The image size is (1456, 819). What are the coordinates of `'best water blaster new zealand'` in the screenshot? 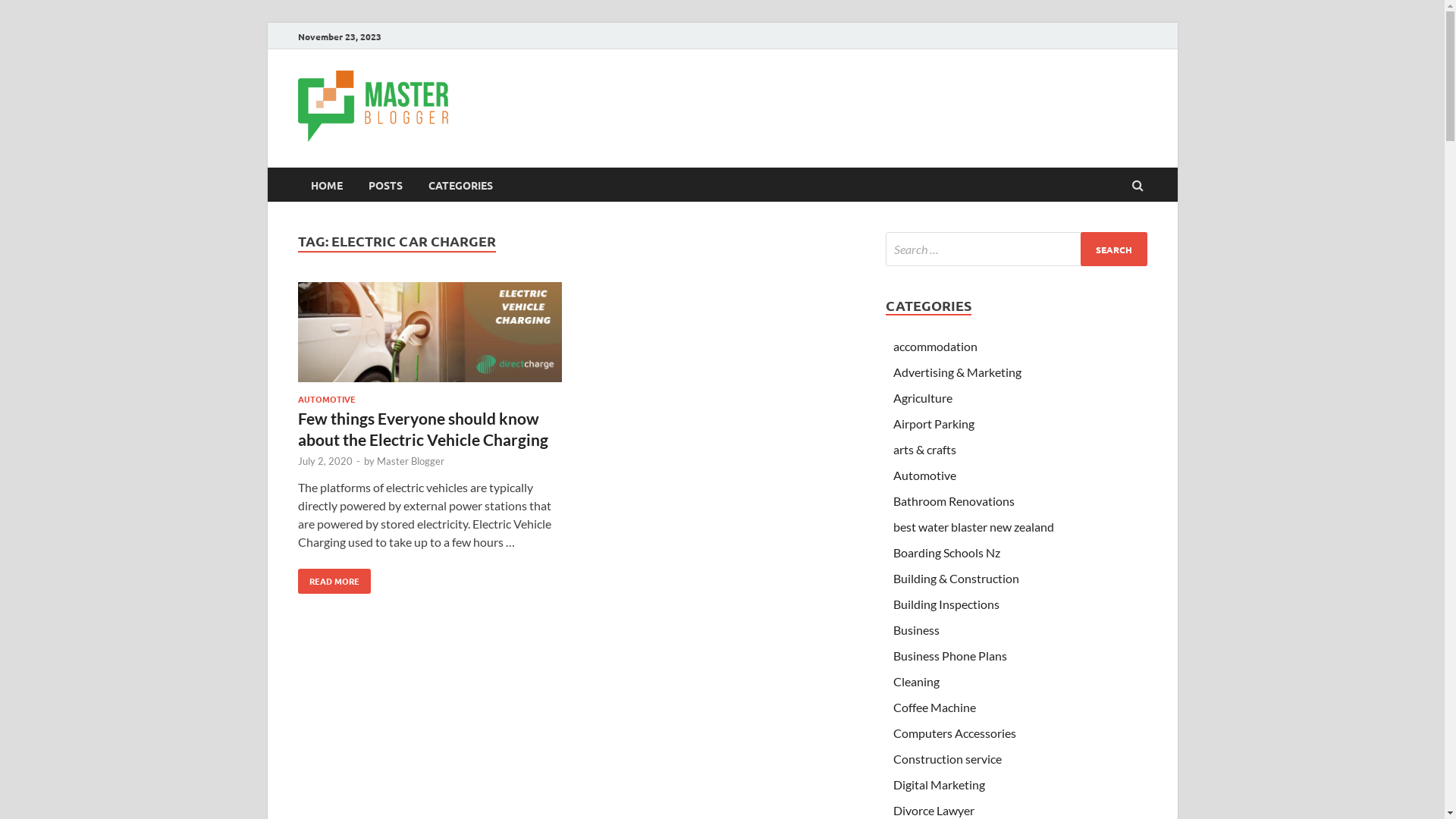 It's located at (973, 526).